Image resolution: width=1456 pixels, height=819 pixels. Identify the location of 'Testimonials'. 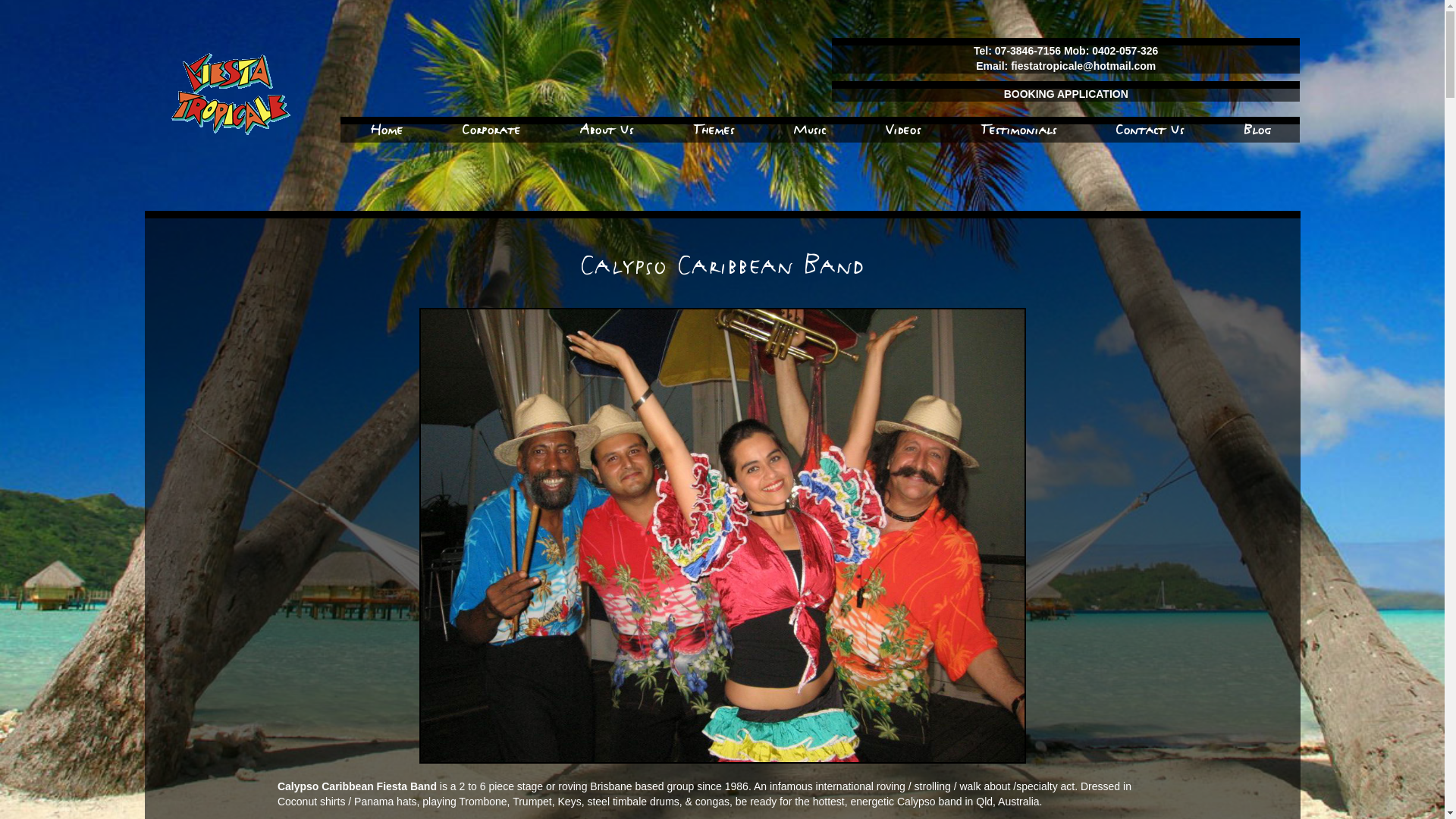
(1018, 128).